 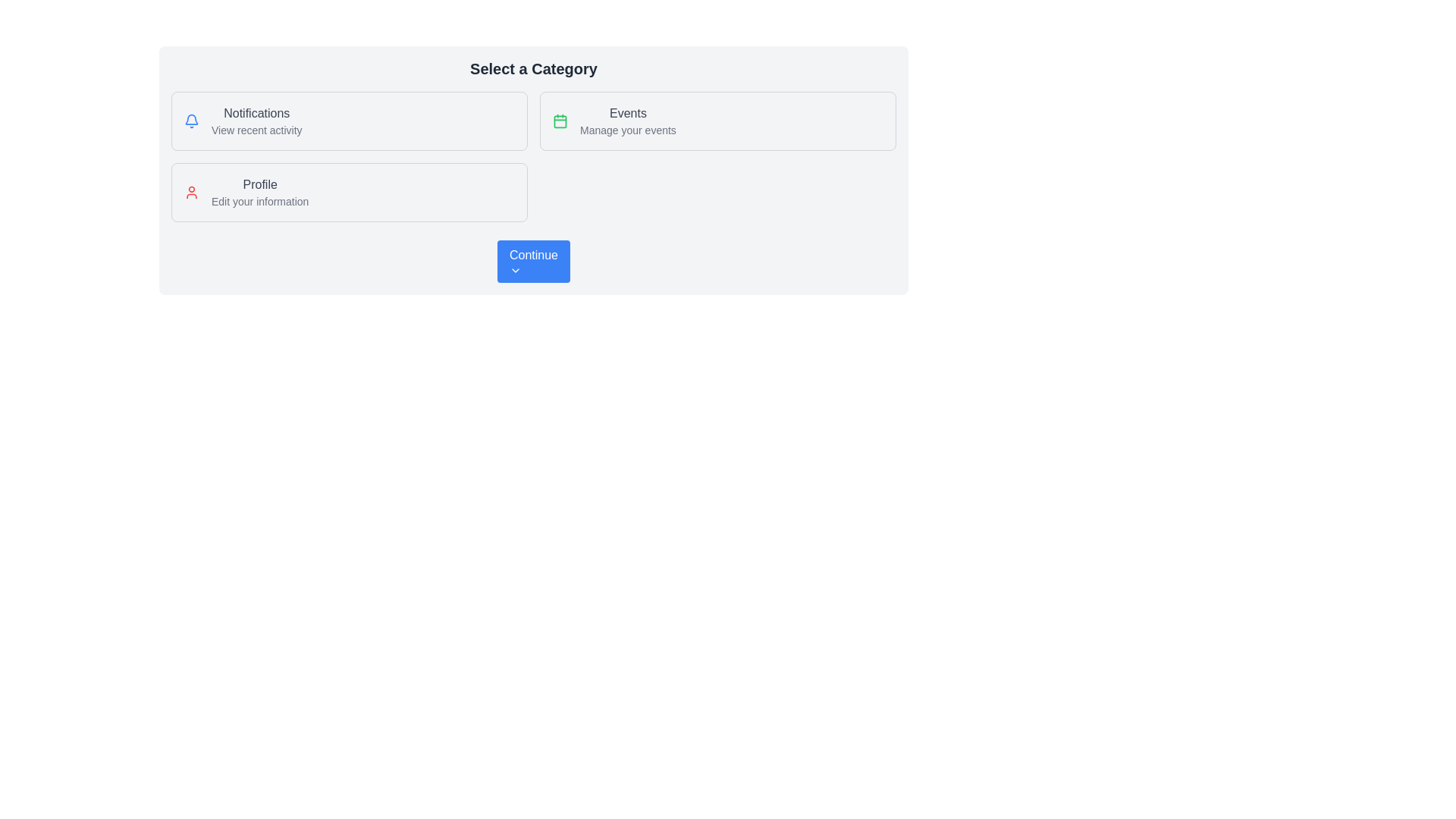 I want to click on the text label that says 'Edit your information', which is located below the bold label 'Profile', so click(x=260, y=201).